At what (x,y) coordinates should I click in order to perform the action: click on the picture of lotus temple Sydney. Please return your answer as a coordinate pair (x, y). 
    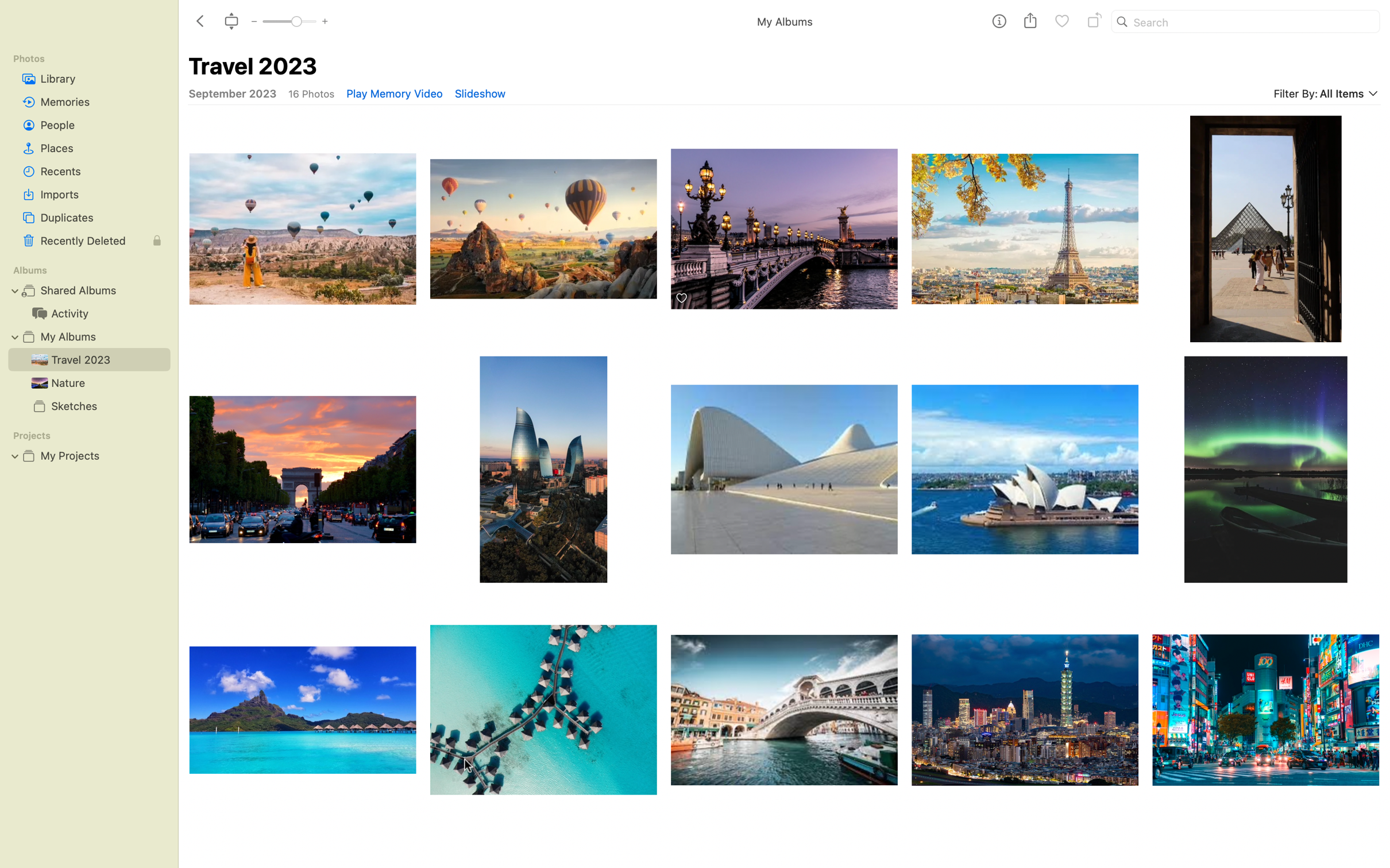
    Looking at the image, I should click on (1025, 468).